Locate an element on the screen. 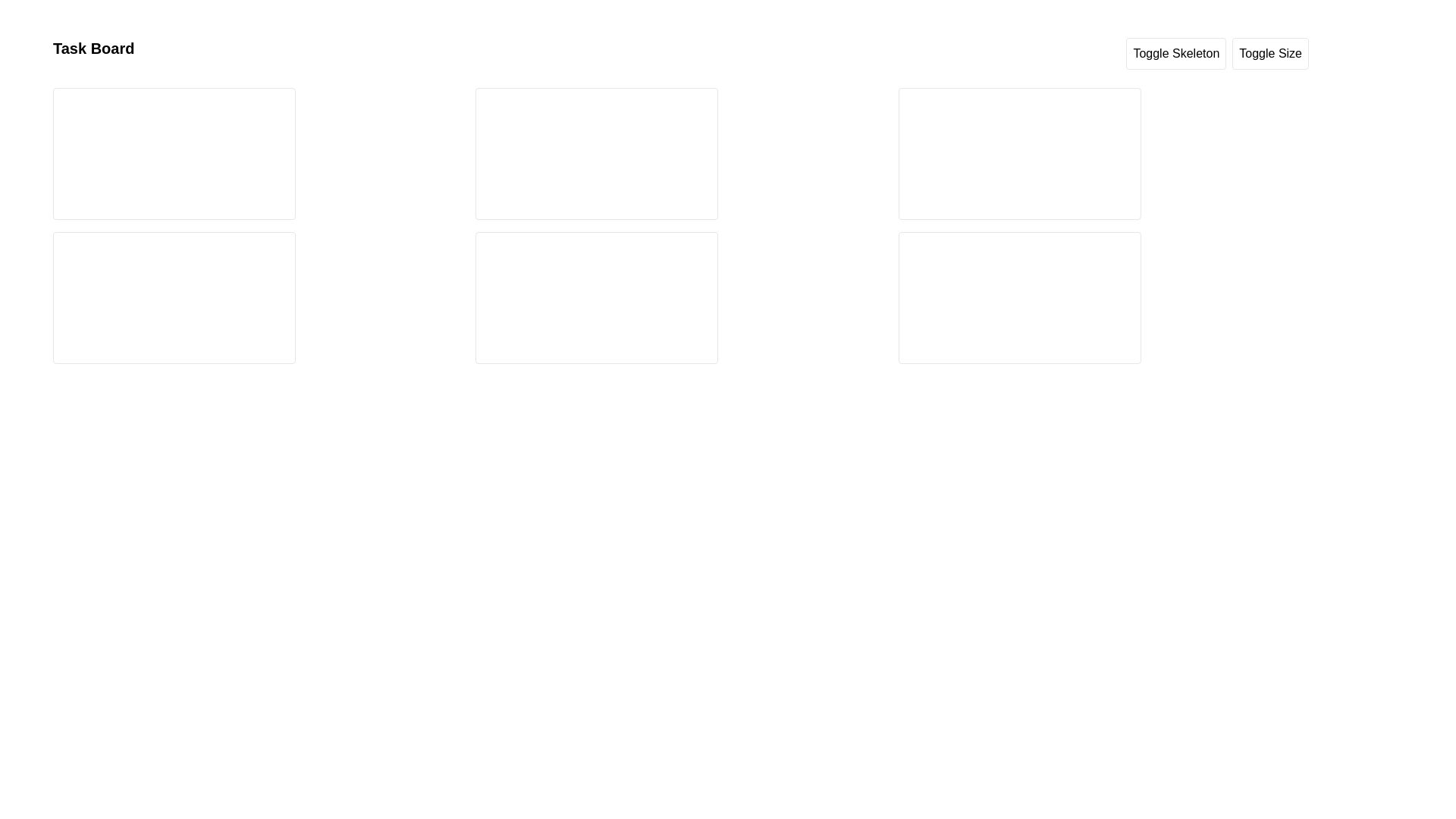 This screenshot has width=1456, height=819. the loading placeholder consisting of skeleton divs located in the second column of the layout, in the lower card of the column's second row is located at coordinates (174, 318).